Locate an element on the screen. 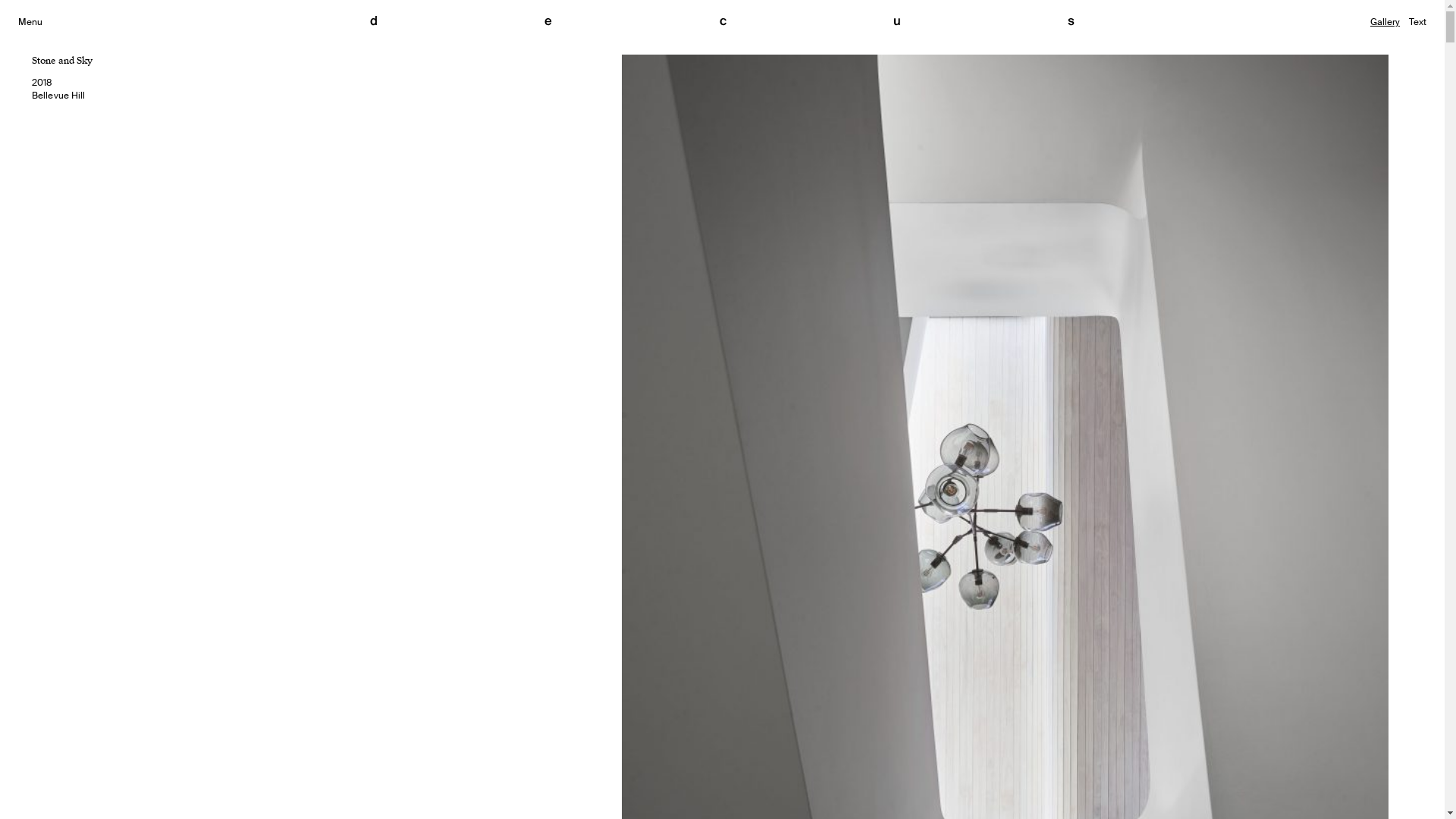 Image resolution: width=1456 pixels, height=819 pixels. 'Gallery' is located at coordinates (1385, 22).